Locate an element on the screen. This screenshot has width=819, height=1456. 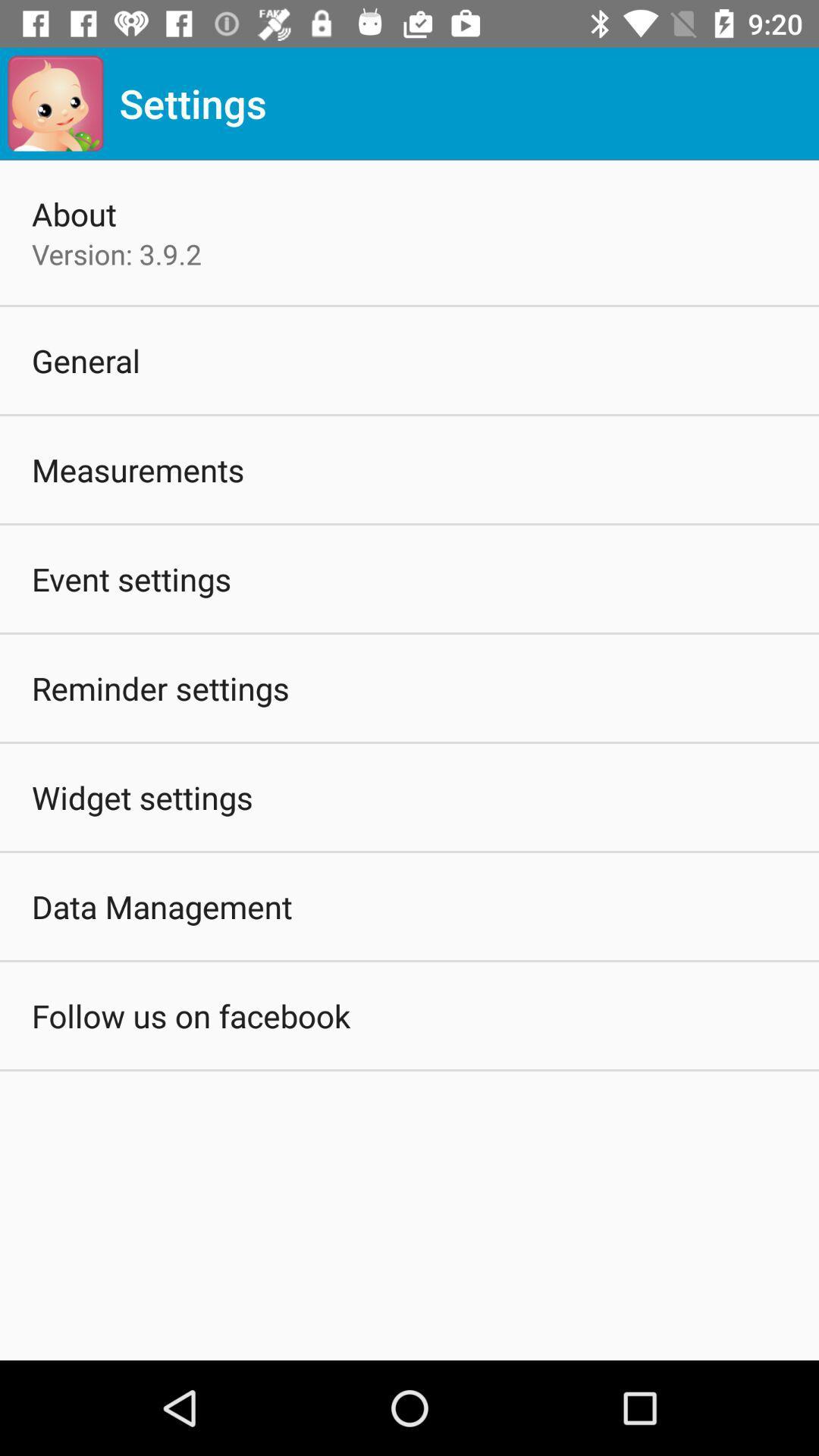
the follow us on item is located at coordinates (190, 1015).